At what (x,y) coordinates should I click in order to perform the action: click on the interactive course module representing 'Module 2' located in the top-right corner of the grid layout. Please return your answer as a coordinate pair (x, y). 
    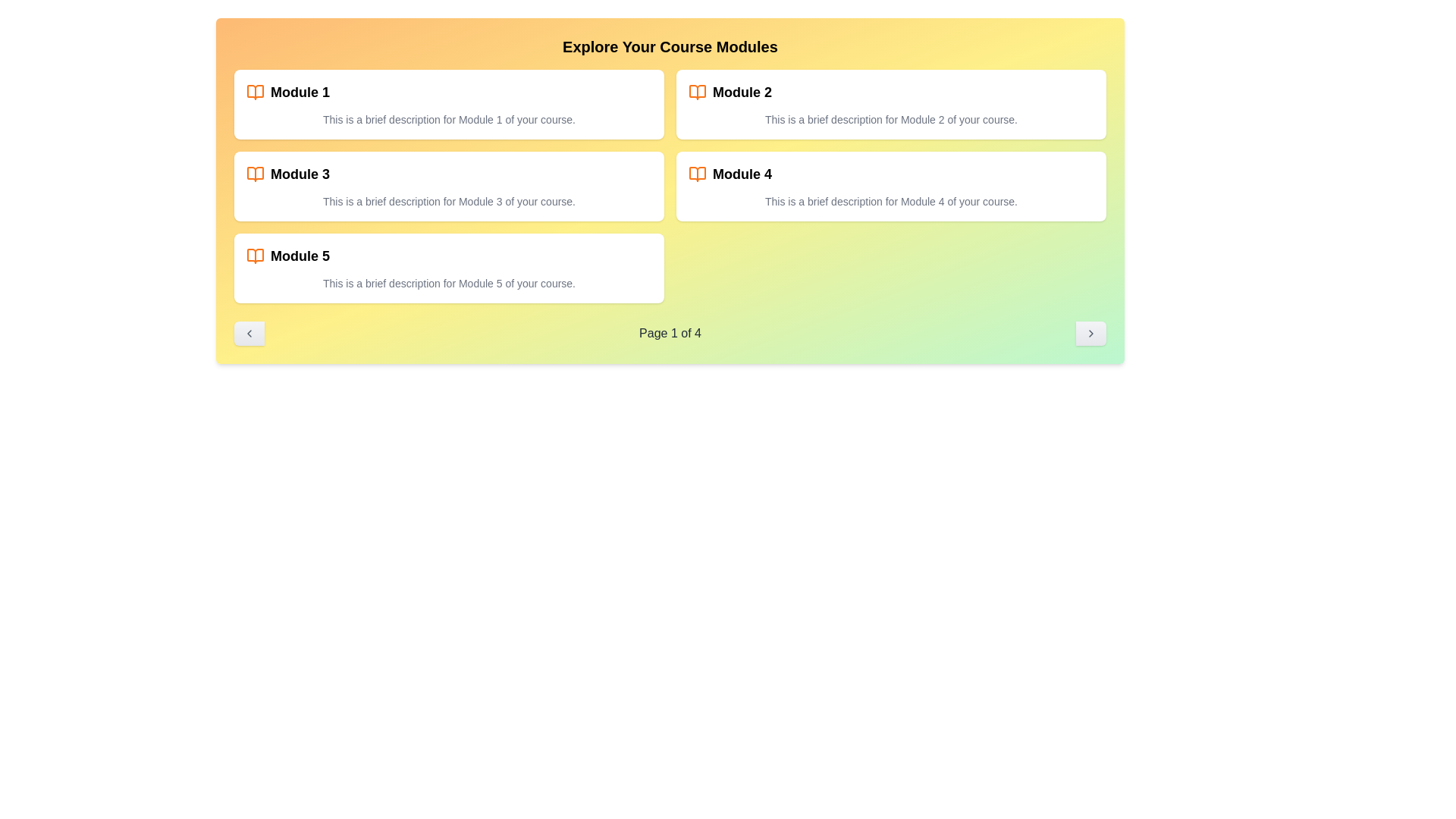
    Looking at the image, I should click on (891, 104).